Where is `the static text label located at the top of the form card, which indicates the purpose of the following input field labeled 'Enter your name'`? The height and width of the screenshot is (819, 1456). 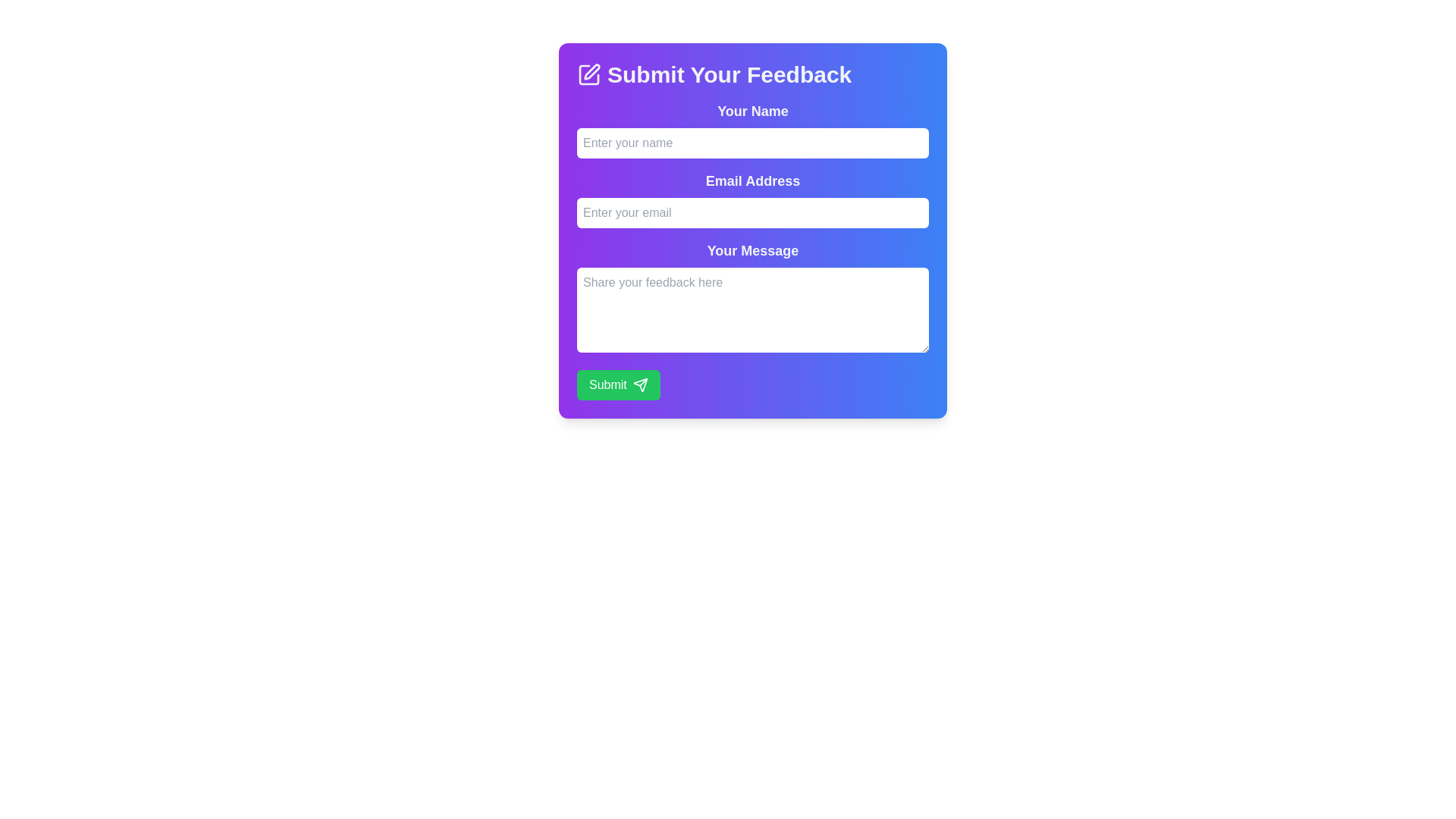
the static text label located at the top of the form card, which indicates the purpose of the following input field labeled 'Enter your name' is located at coordinates (753, 110).